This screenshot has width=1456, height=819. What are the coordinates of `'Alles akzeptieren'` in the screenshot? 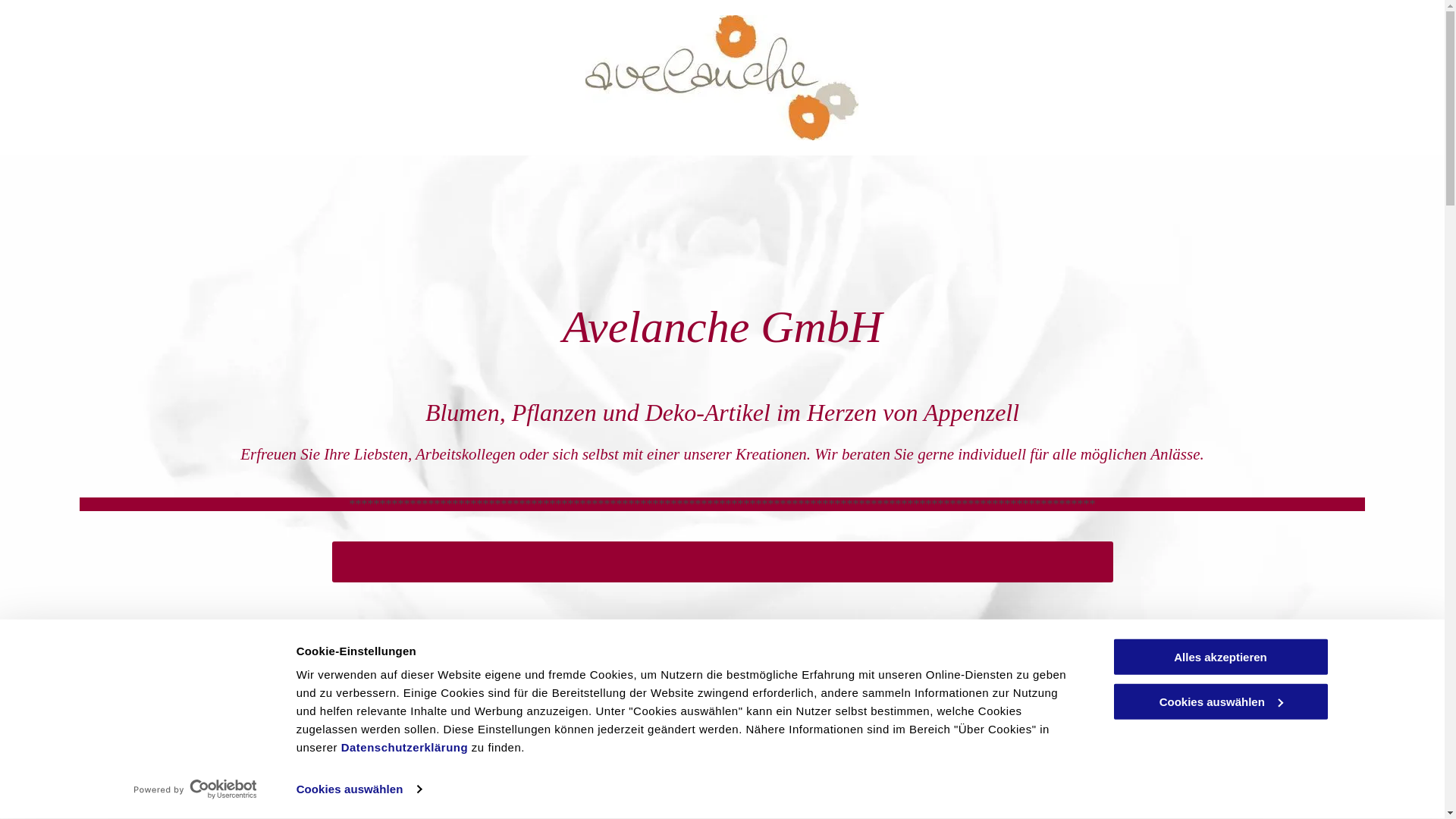 It's located at (1219, 656).